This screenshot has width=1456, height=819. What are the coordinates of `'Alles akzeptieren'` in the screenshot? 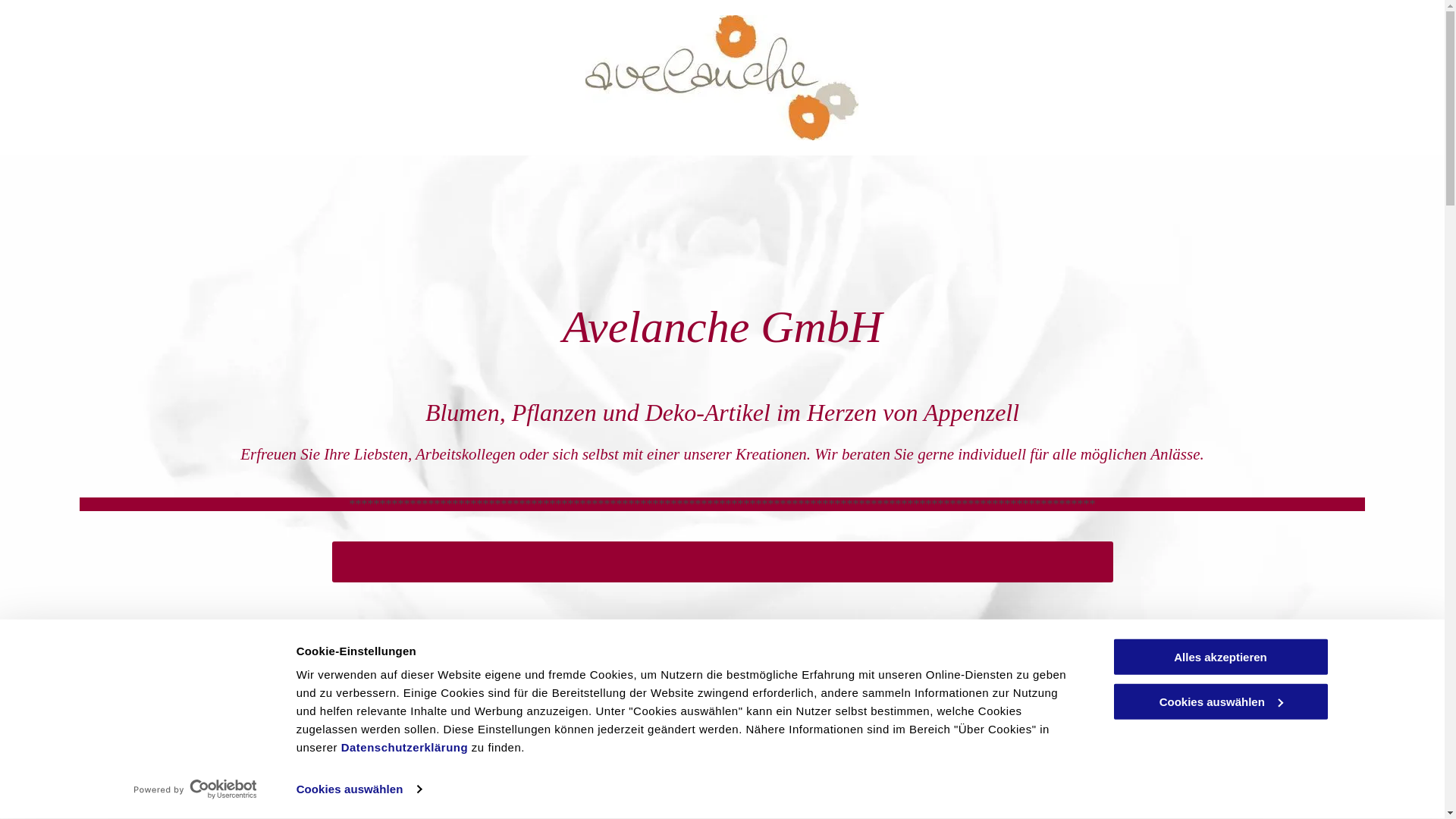 It's located at (1219, 656).